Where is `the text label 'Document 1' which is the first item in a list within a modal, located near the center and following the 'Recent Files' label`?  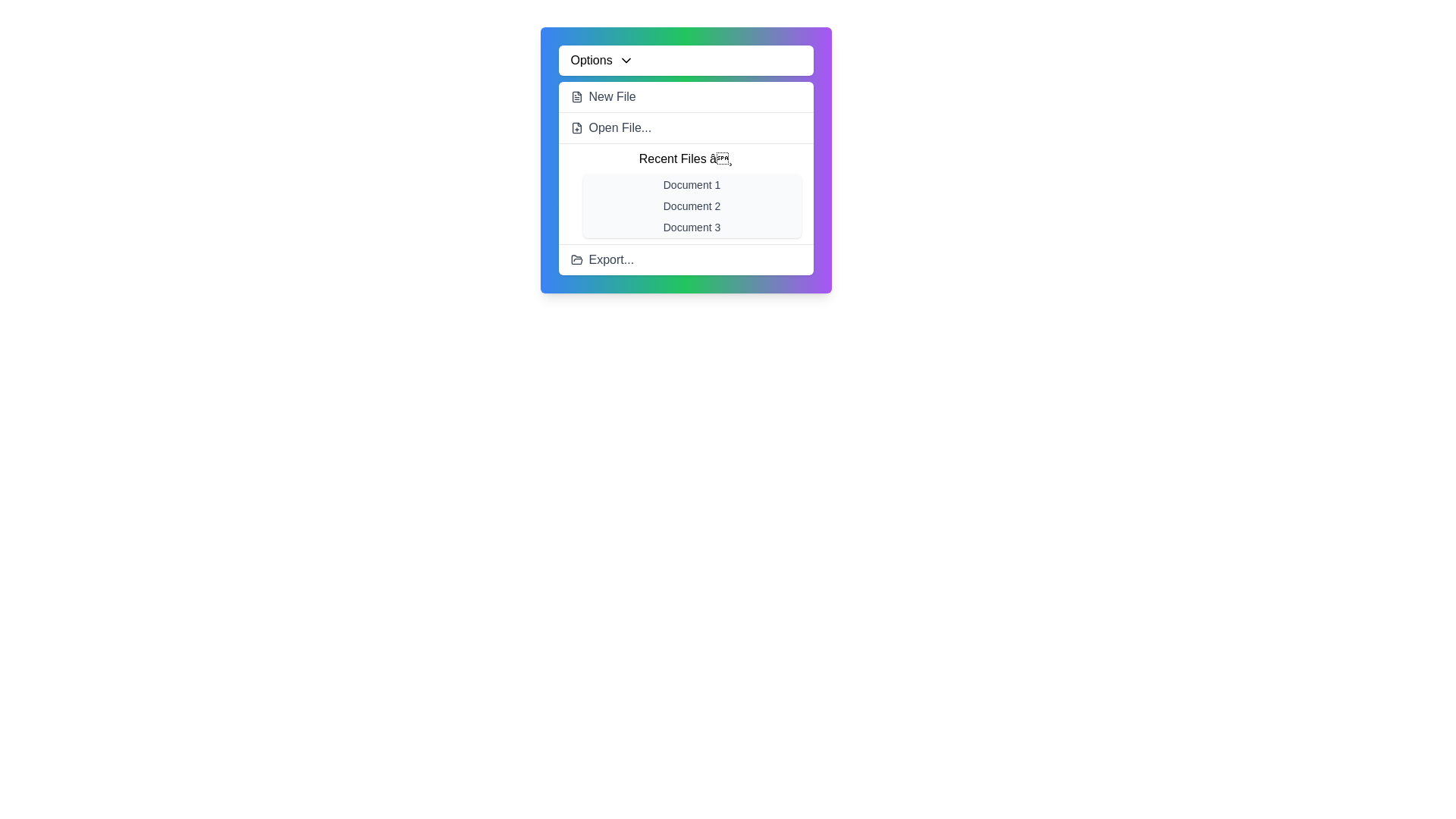
the text label 'Document 1' which is the first item in a list within a modal, located near the center and following the 'Recent Files' label is located at coordinates (691, 184).